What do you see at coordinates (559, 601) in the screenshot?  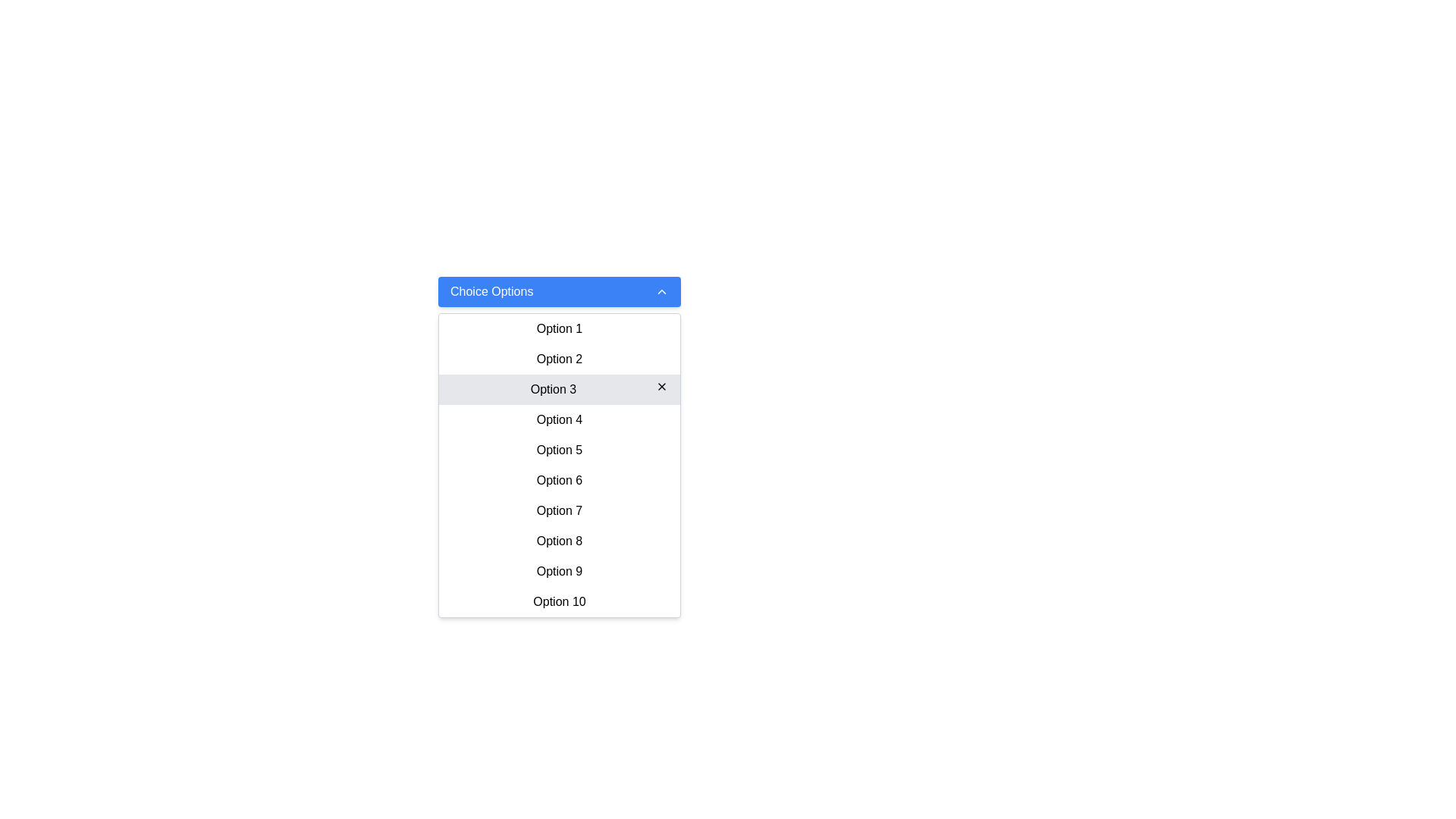 I see `the selectable option 'Option 10' in the dropdown menu located at the bottom of the 'Choice Options' list` at bounding box center [559, 601].